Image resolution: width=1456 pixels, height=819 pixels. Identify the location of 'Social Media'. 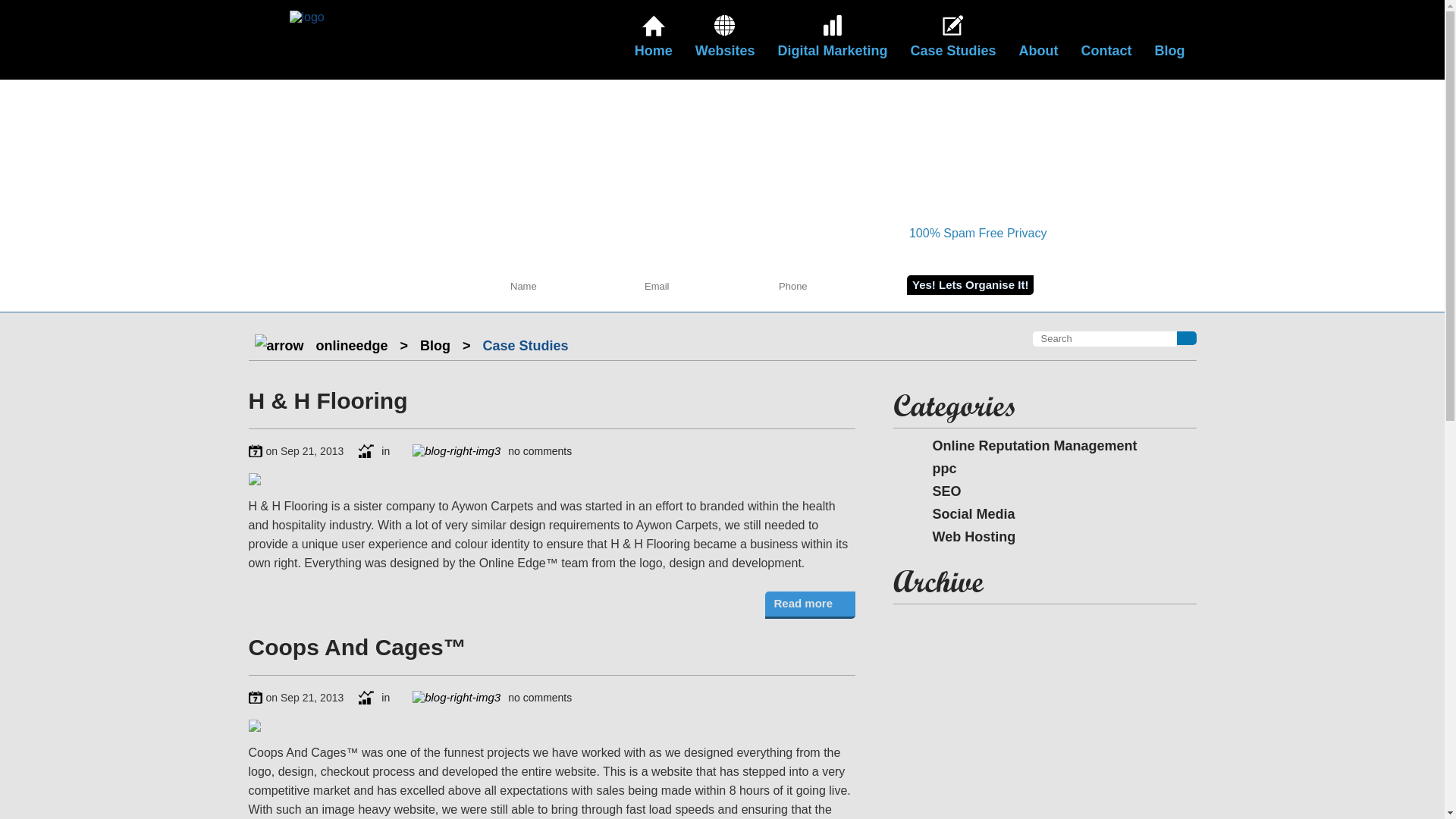
(961, 513).